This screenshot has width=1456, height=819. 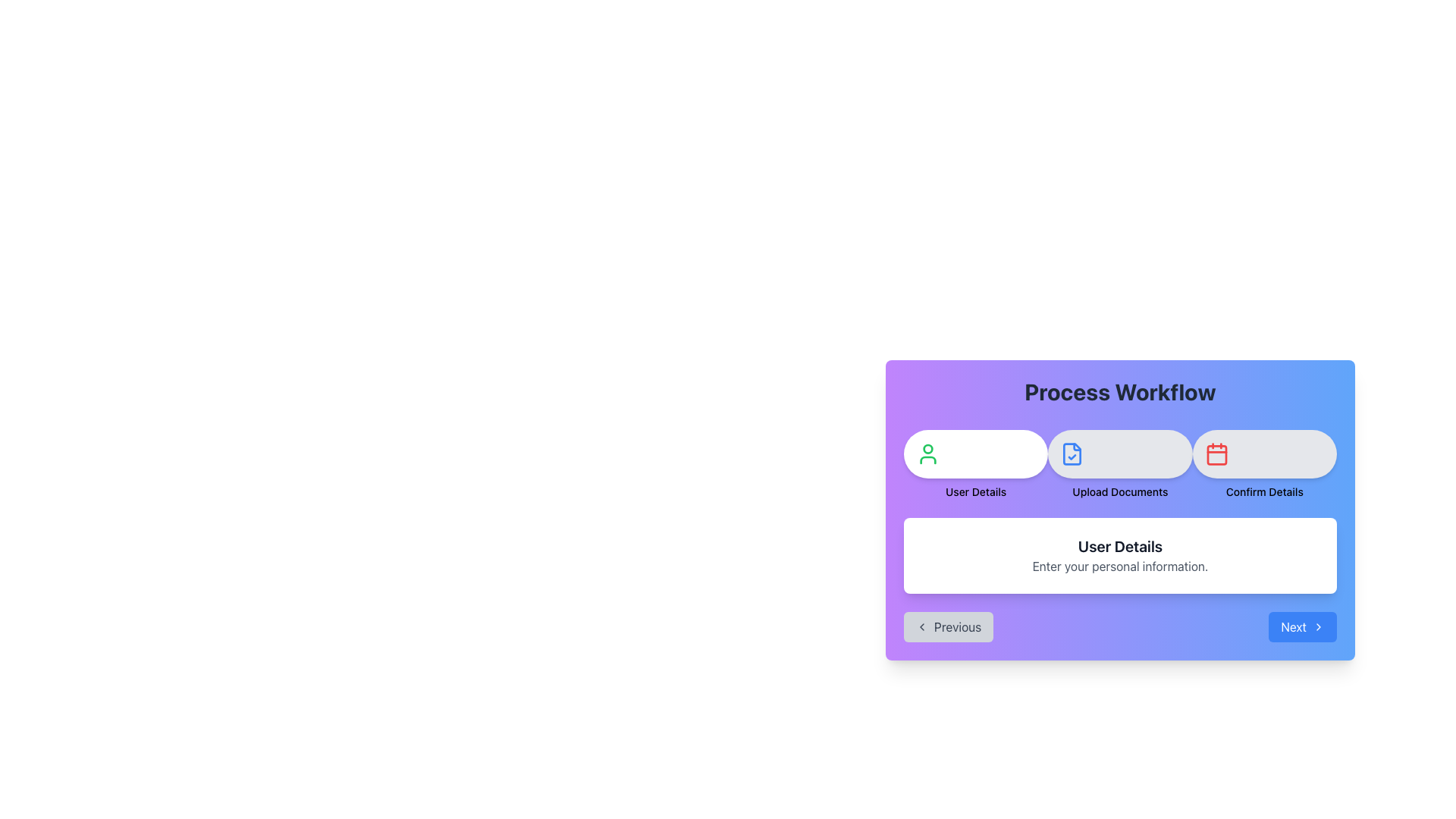 What do you see at coordinates (1264, 464) in the screenshot?
I see `the 'Confirm Details' step indicator button, which is the last button in a sequence under 'Process Workflow'` at bounding box center [1264, 464].